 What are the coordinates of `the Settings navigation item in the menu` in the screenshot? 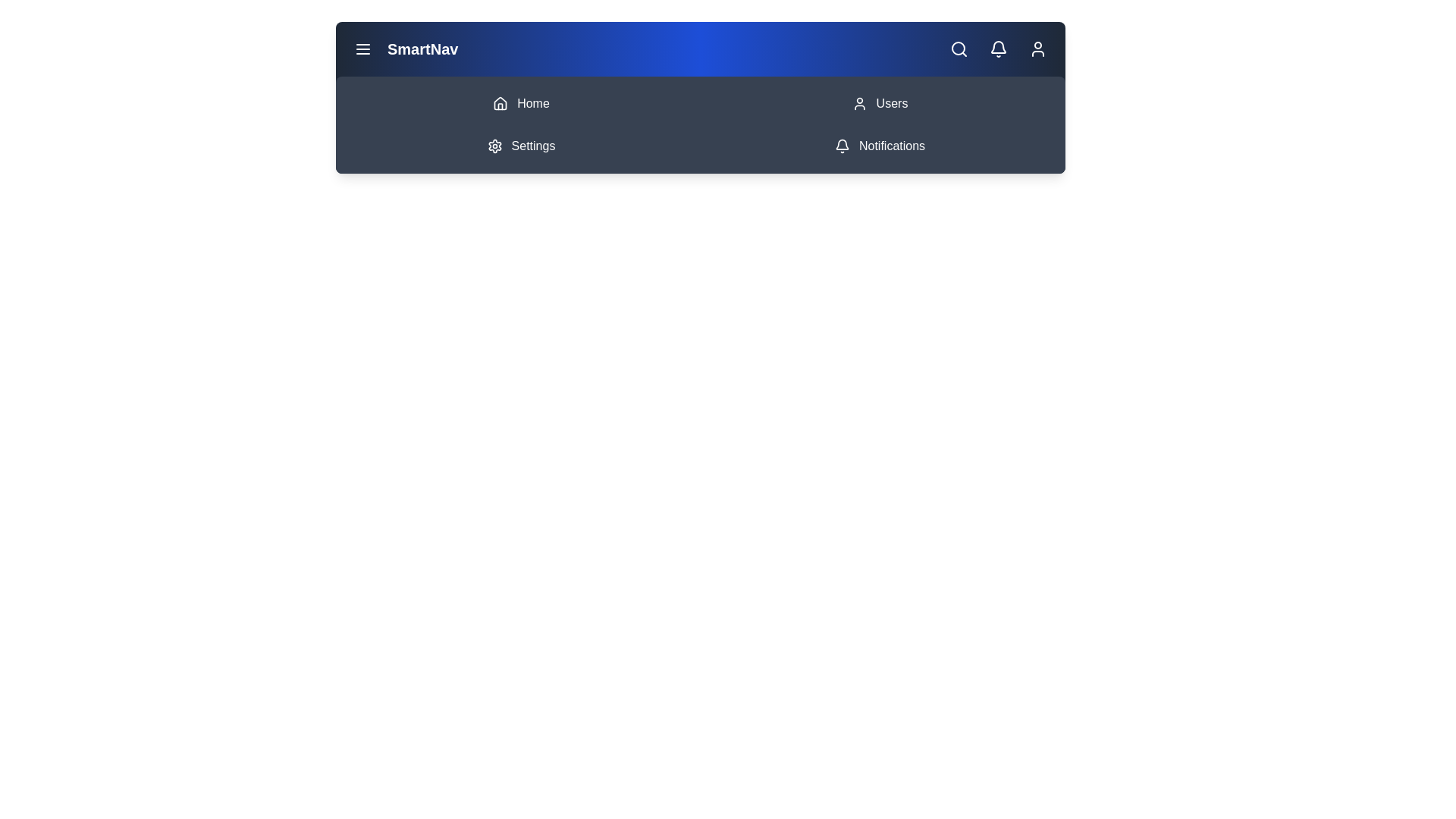 It's located at (521, 146).